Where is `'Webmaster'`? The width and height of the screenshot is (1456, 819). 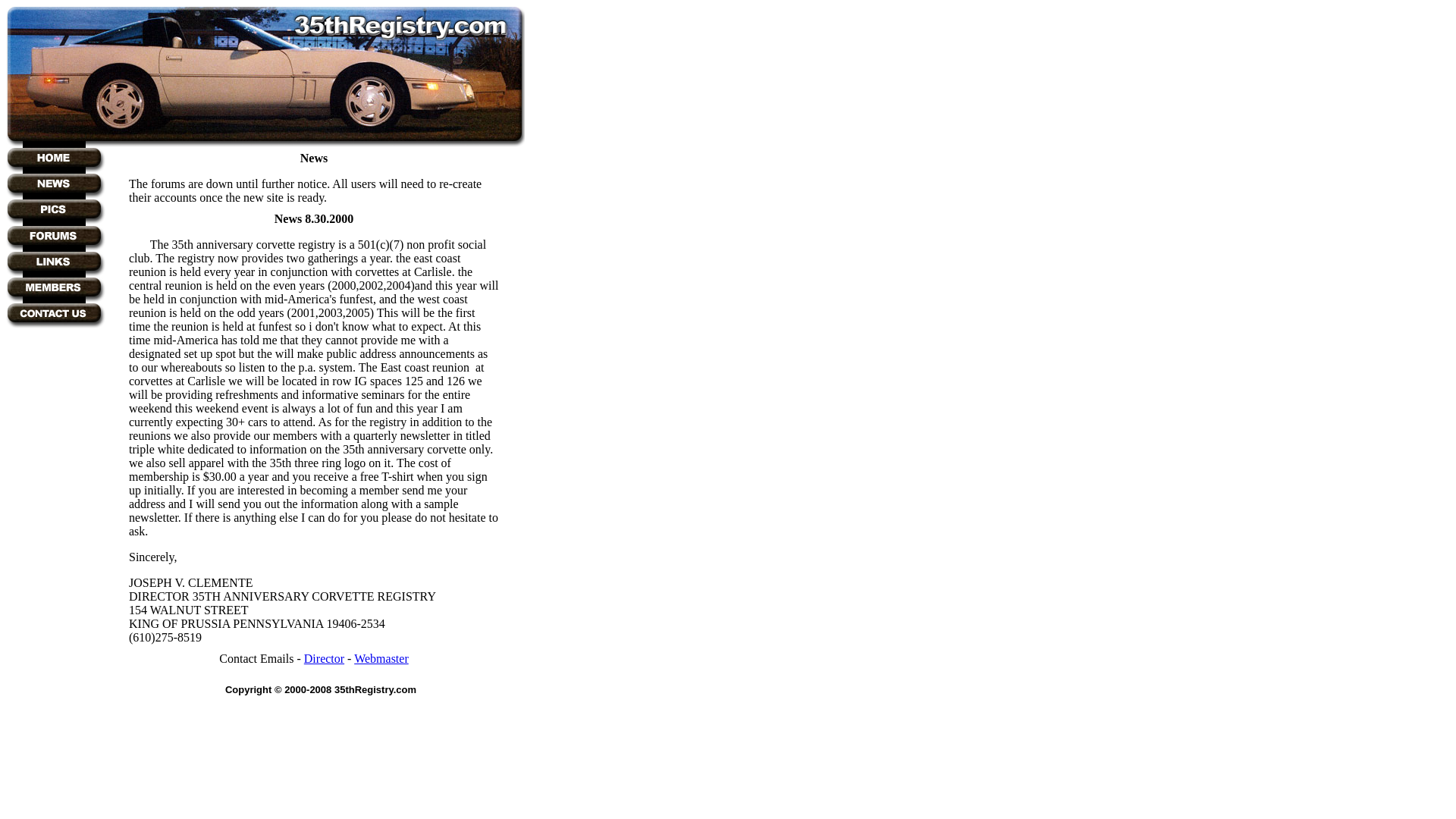 'Webmaster' is located at coordinates (381, 657).